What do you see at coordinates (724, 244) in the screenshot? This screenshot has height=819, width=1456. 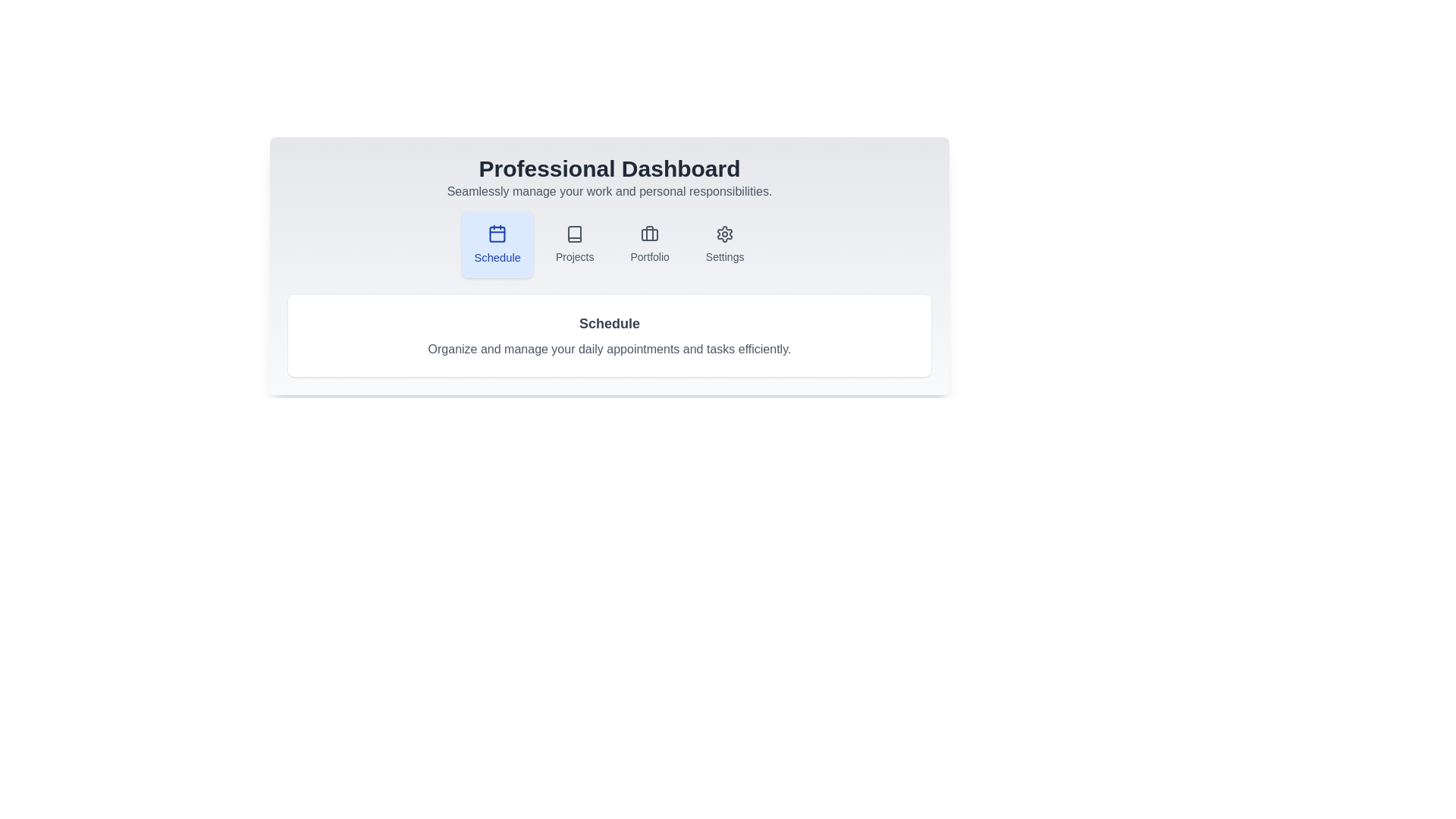 I see `the Settings tab to navigate to its content` at bounding box center [724, 244].